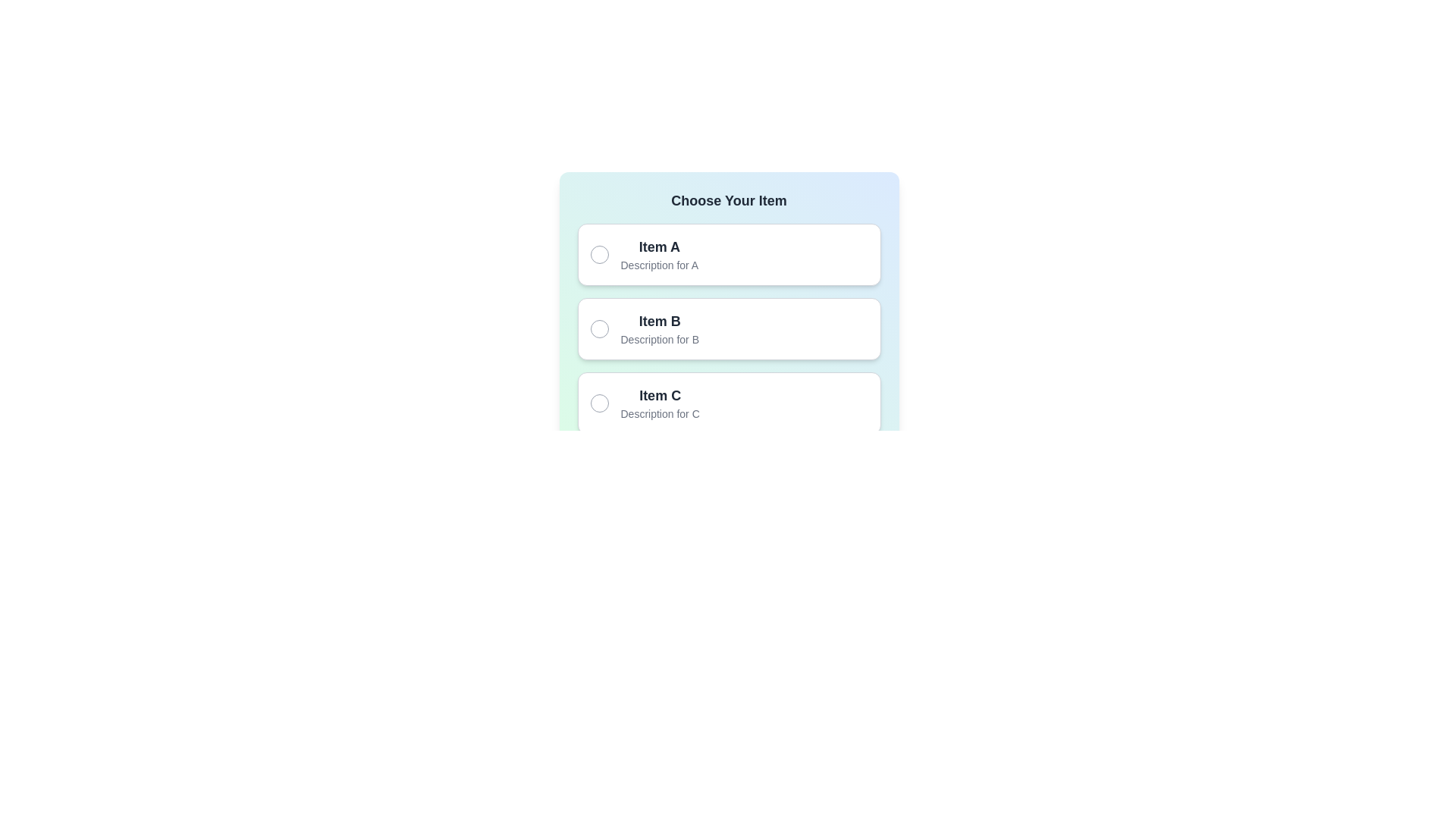 This screenshot has width=1456, height=819. Describe the element at coordinates (660, 328) in the screenshot. I see `the text label displaying 'Item B' for accessibility` at that location.